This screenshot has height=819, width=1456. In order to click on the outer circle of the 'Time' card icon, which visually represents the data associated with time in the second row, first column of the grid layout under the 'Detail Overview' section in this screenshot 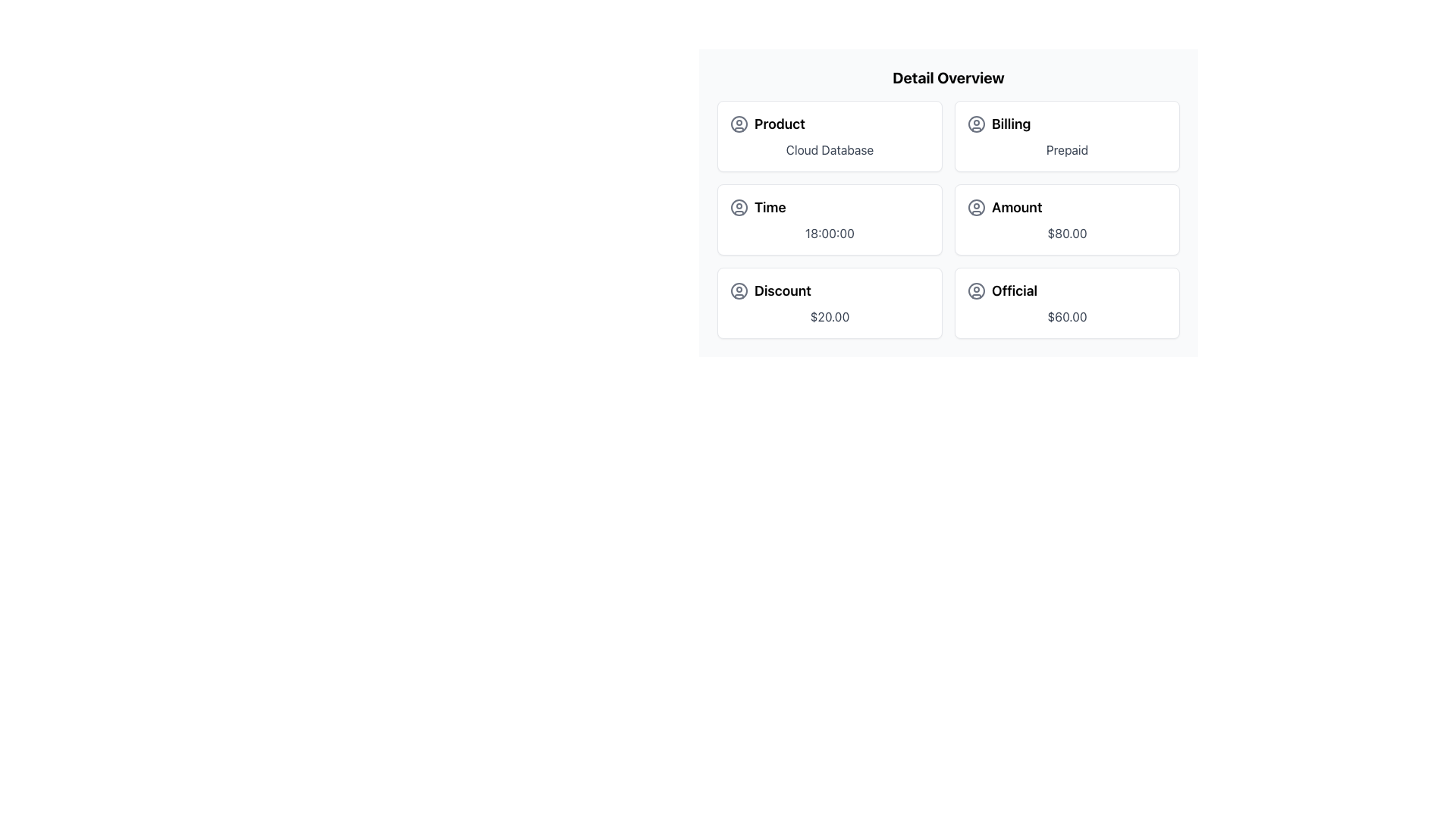, I will do `click(739, 207)`.